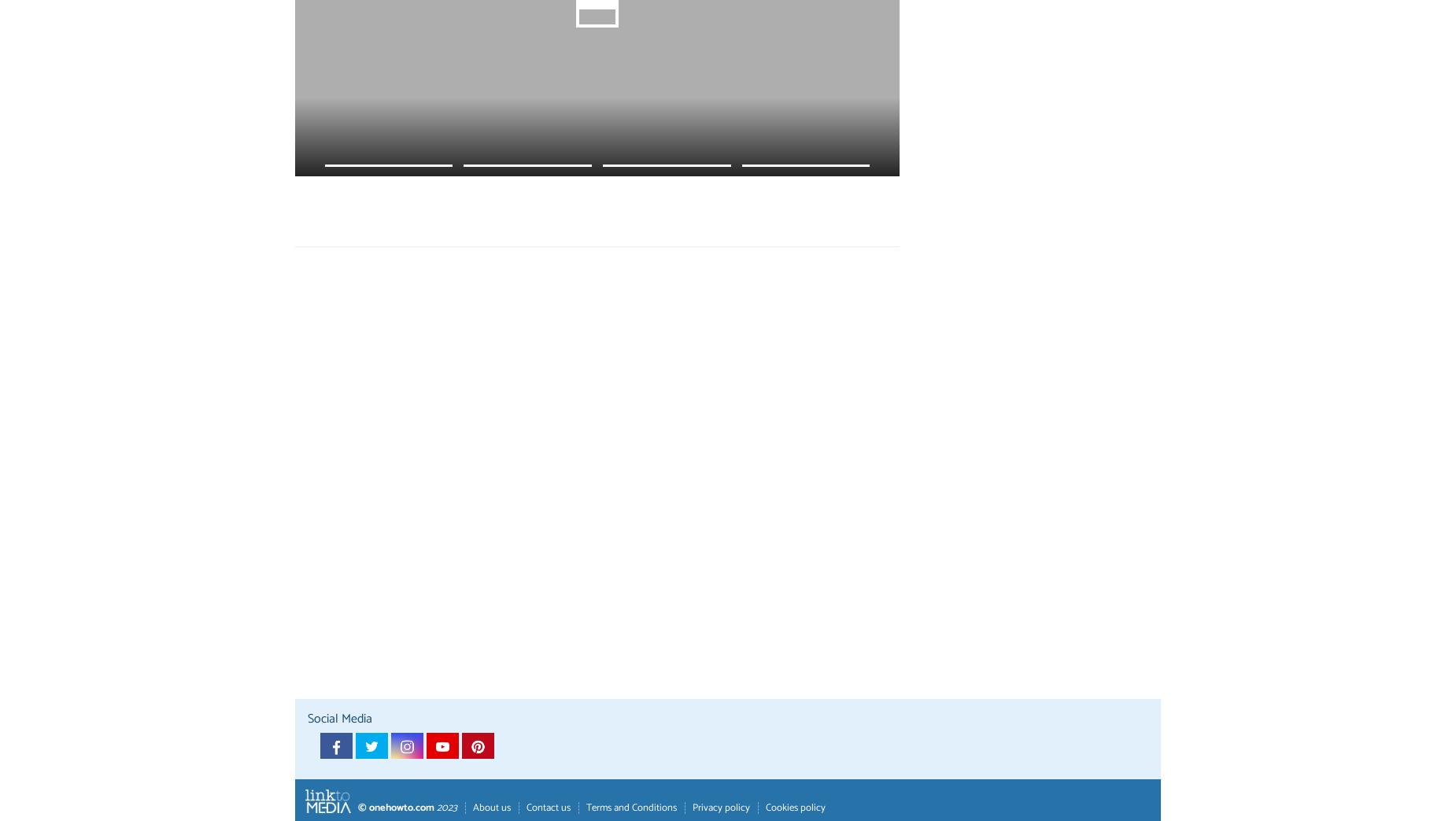 The image size is (1456, 821). Describe the element at coordinates (446, 807) in the screenshot. I see `'2023'` at that location.